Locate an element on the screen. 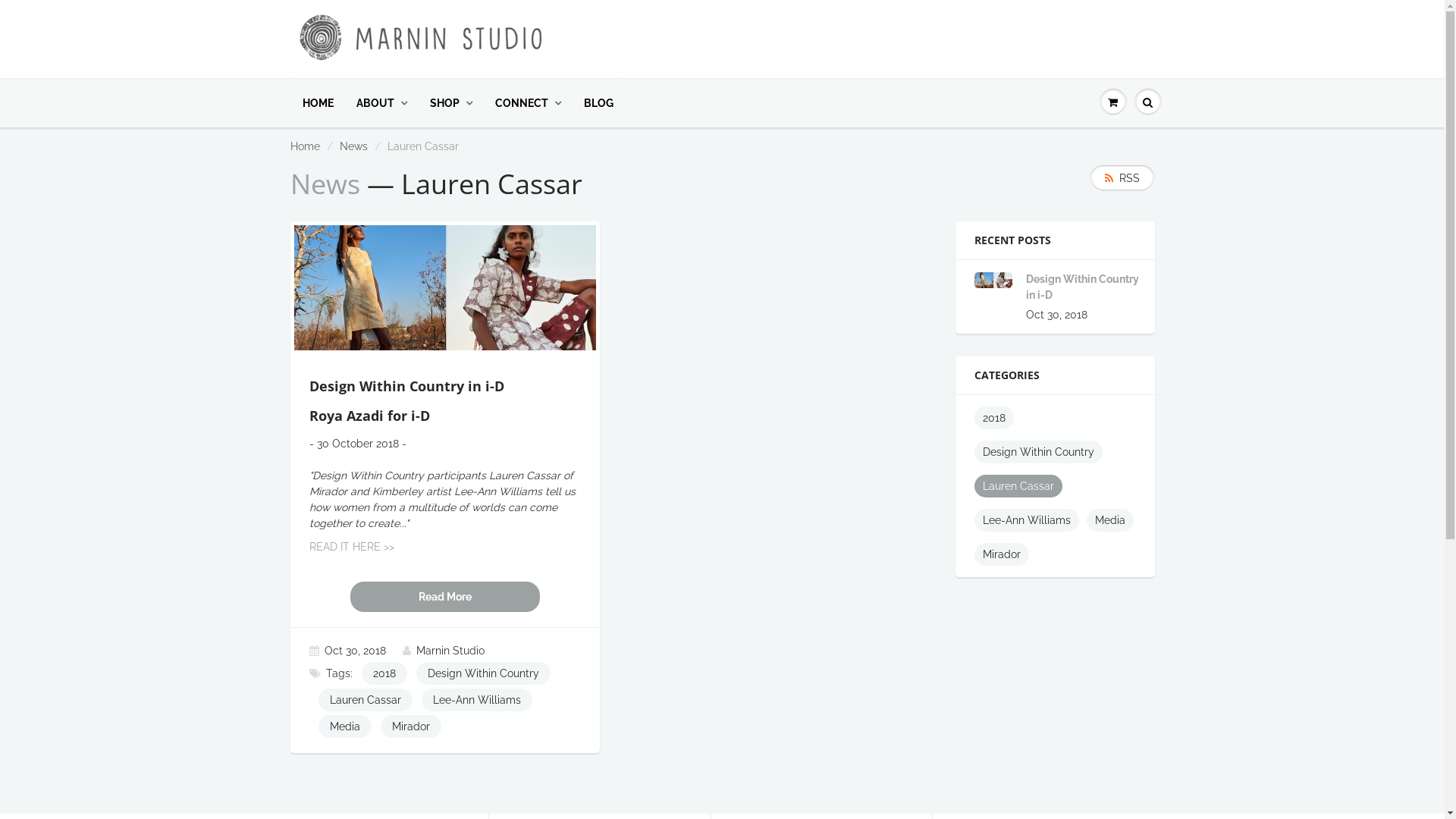  'CONNECT' is located at coordinates (528, 102).